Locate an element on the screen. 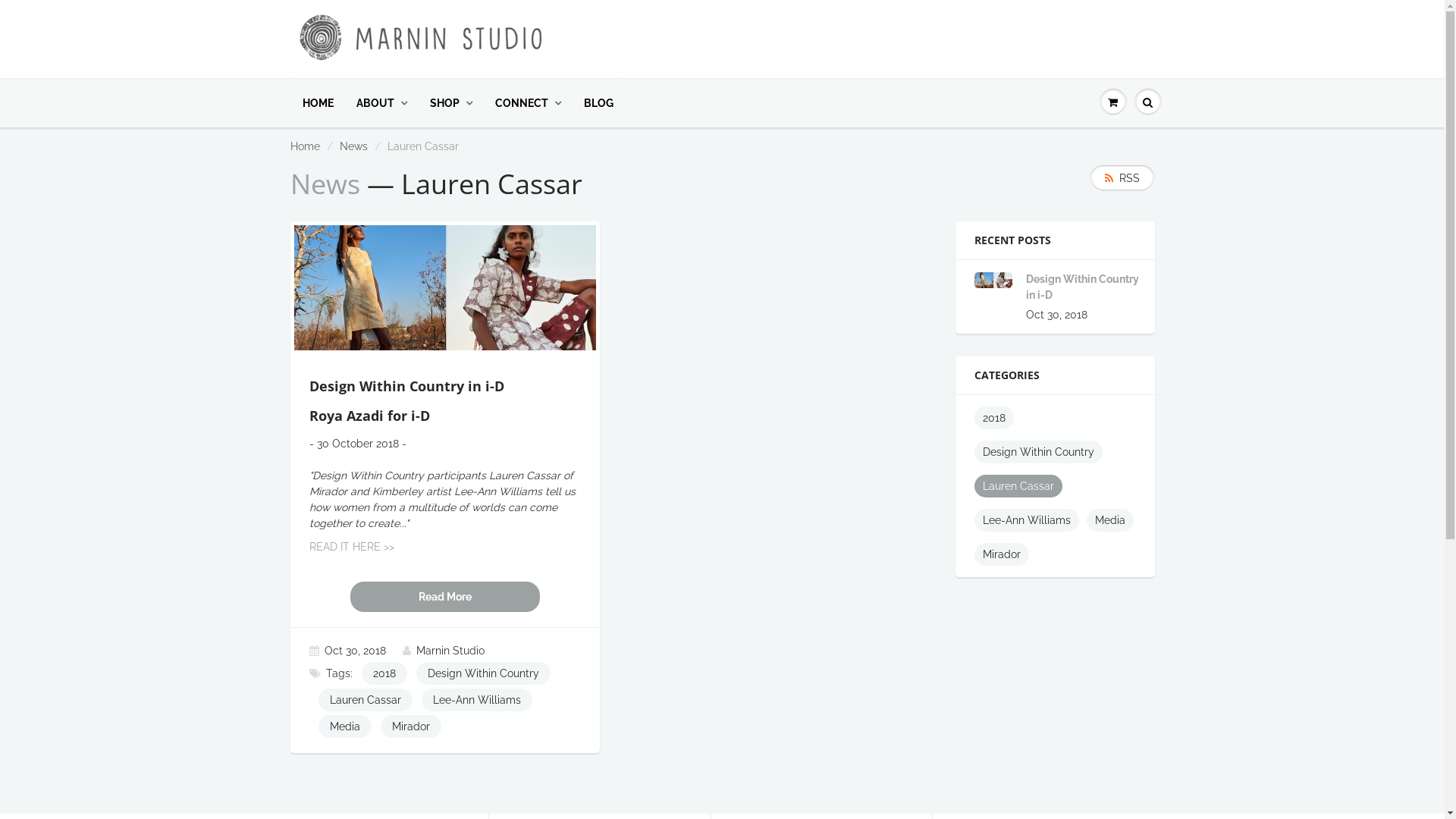  'CONNECT' is located at coordinates (528, 102).